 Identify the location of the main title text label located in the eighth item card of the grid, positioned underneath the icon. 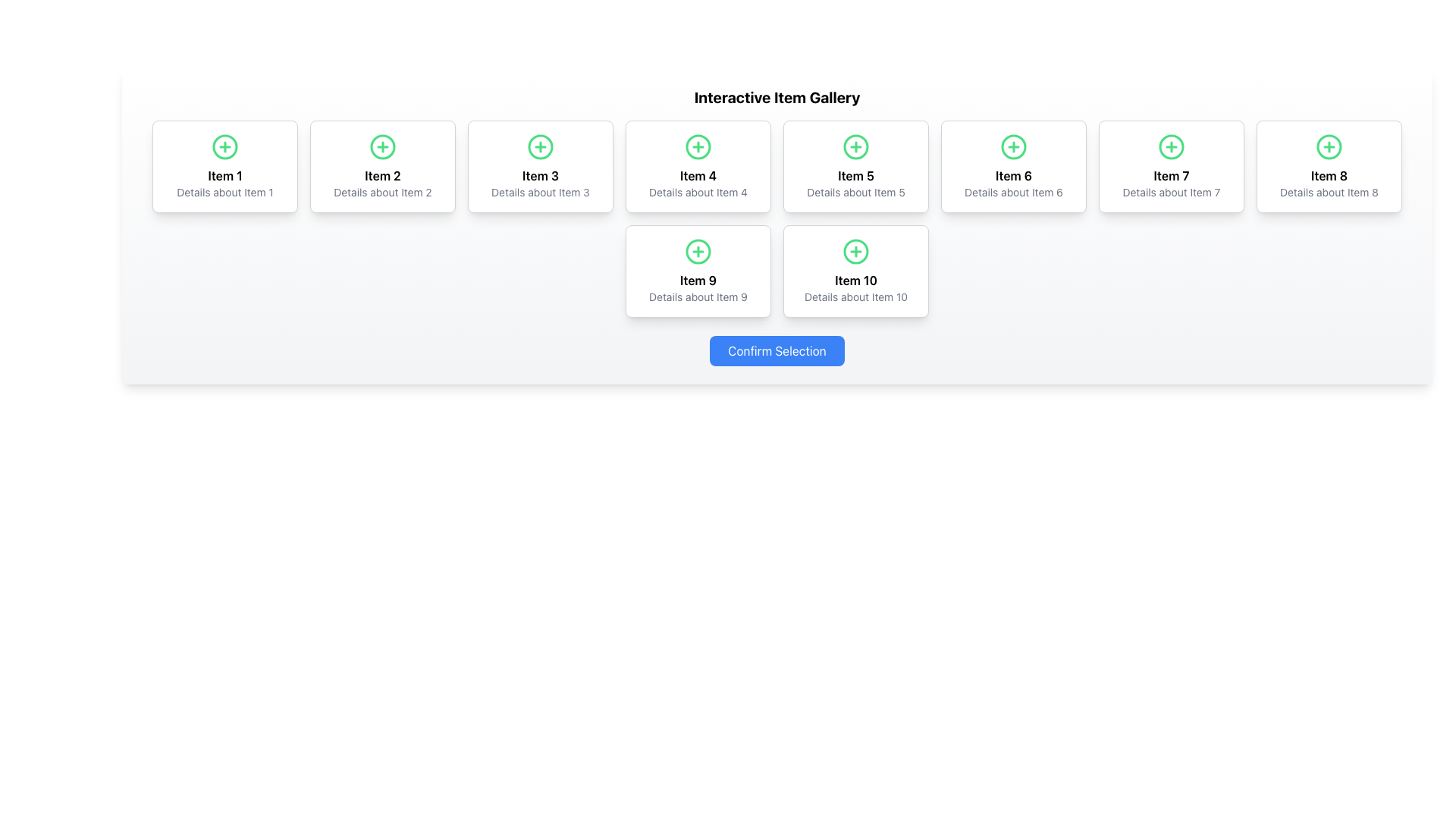
(1328, 174).